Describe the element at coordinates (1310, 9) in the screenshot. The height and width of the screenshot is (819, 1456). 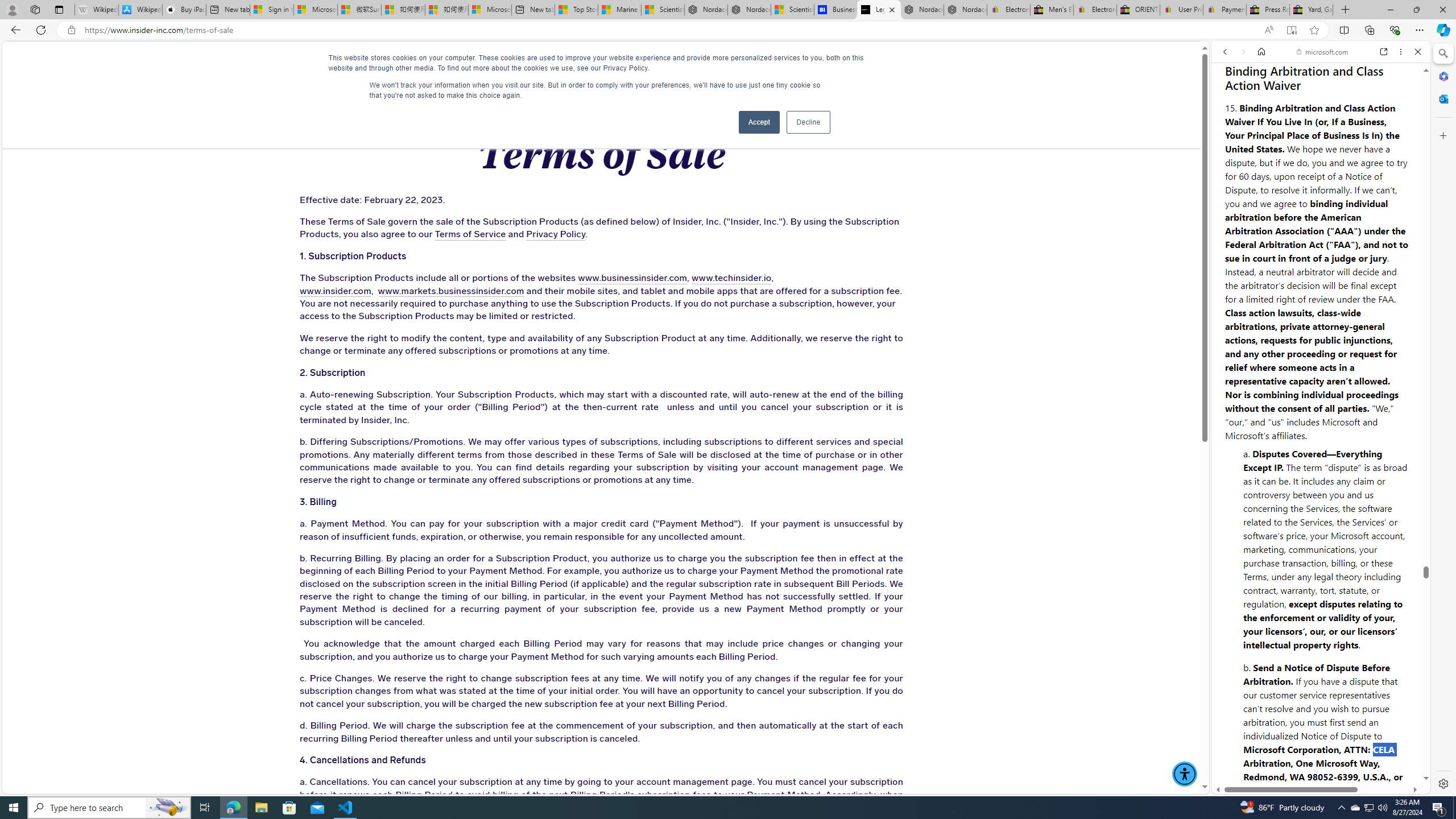
I see `'Yard, Garden & Outdoor Living'` at that location.